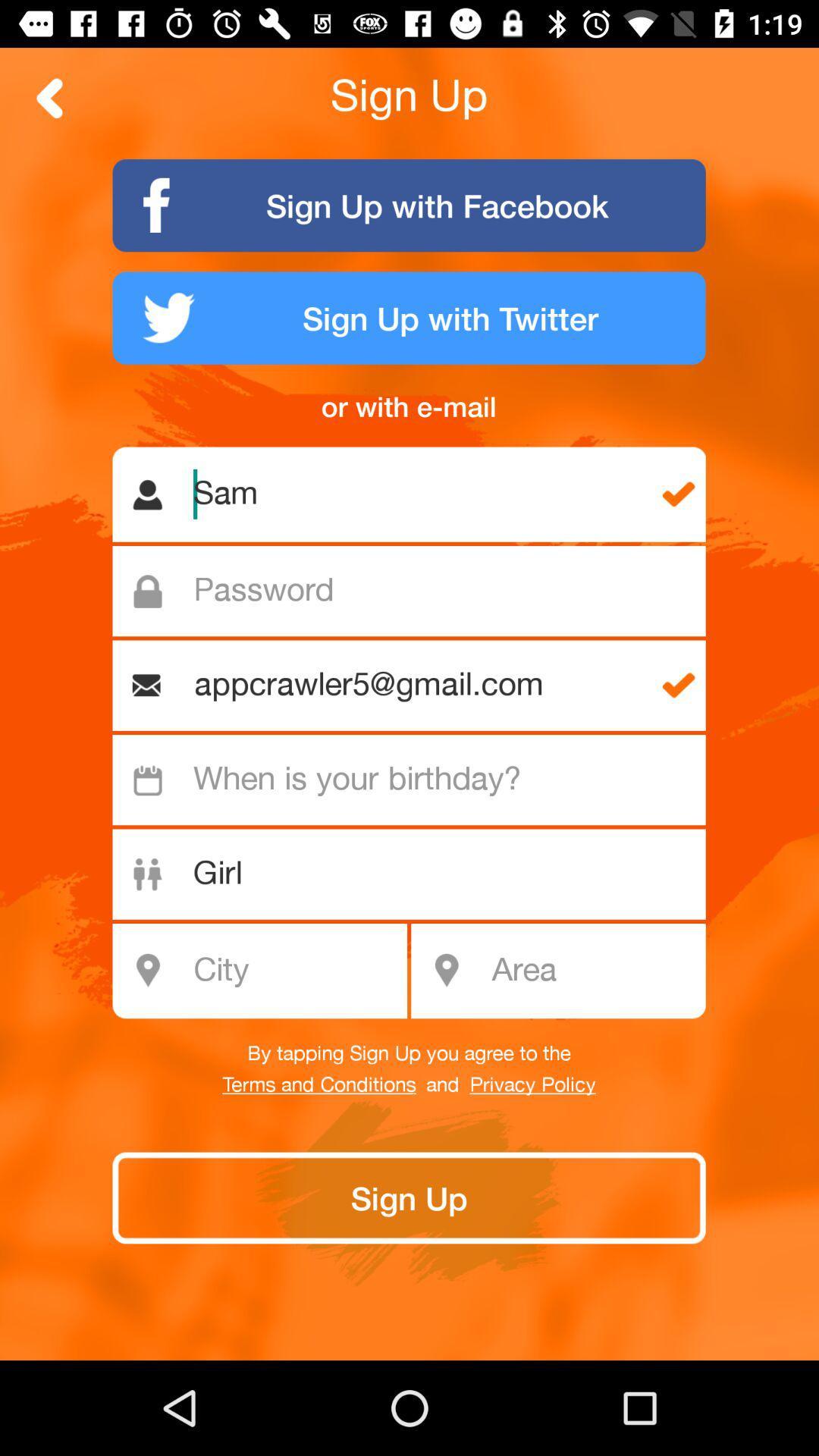  I want to click on the text field which is below when is your birthday, so click(418, 874).